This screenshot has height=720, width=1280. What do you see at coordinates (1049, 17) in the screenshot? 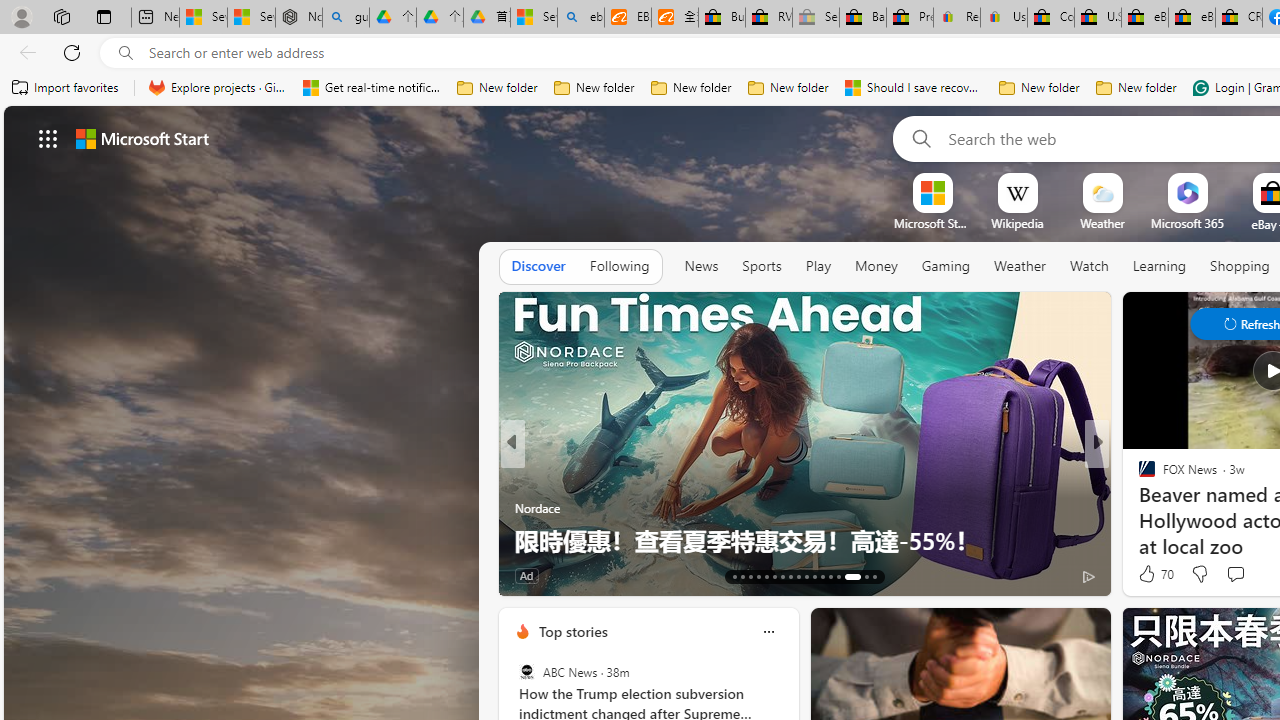
I see `'Consumer Health Data Privacy Policy - eBay Inc.'` at bounding box center [1049, 17].